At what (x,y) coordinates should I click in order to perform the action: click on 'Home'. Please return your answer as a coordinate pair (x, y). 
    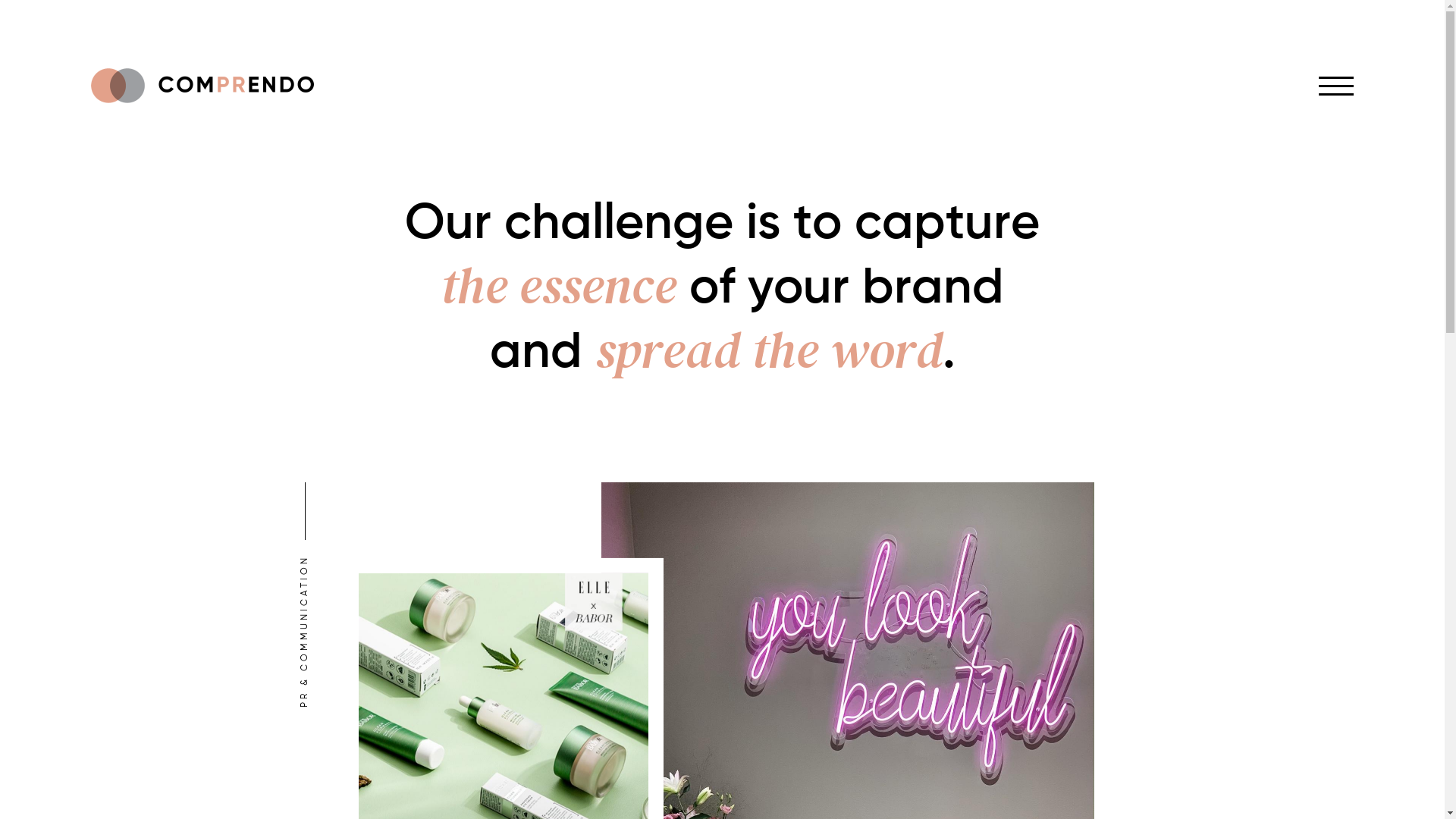
    Looking at the image, I should click on (202, 85).